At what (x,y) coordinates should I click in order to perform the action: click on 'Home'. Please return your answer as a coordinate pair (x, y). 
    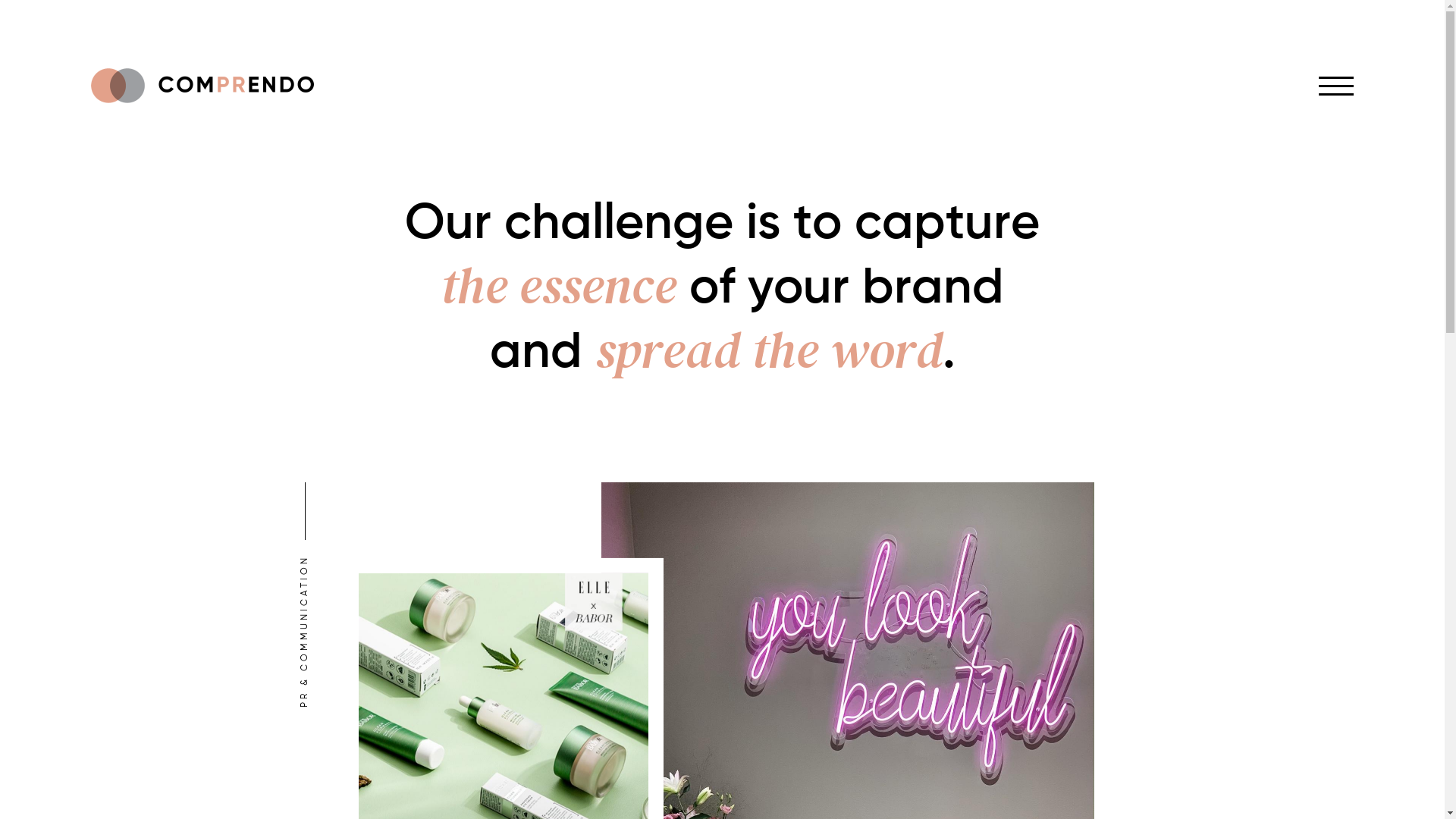
    Looking at the image, I should click on (202, 85).